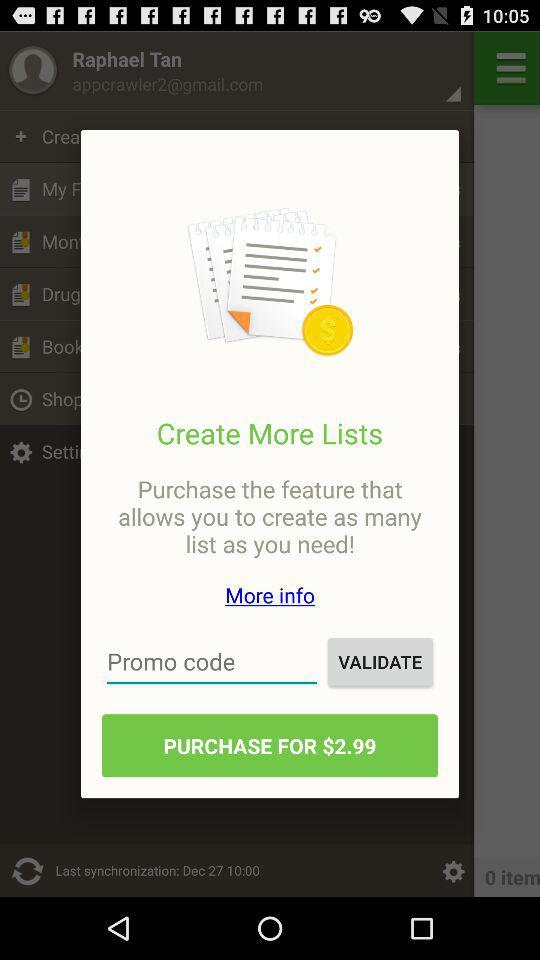 This screenshot has height=960, width=540. Describe the element at coordinates (211, 661) in the screenshot. I see `input code` at that location.